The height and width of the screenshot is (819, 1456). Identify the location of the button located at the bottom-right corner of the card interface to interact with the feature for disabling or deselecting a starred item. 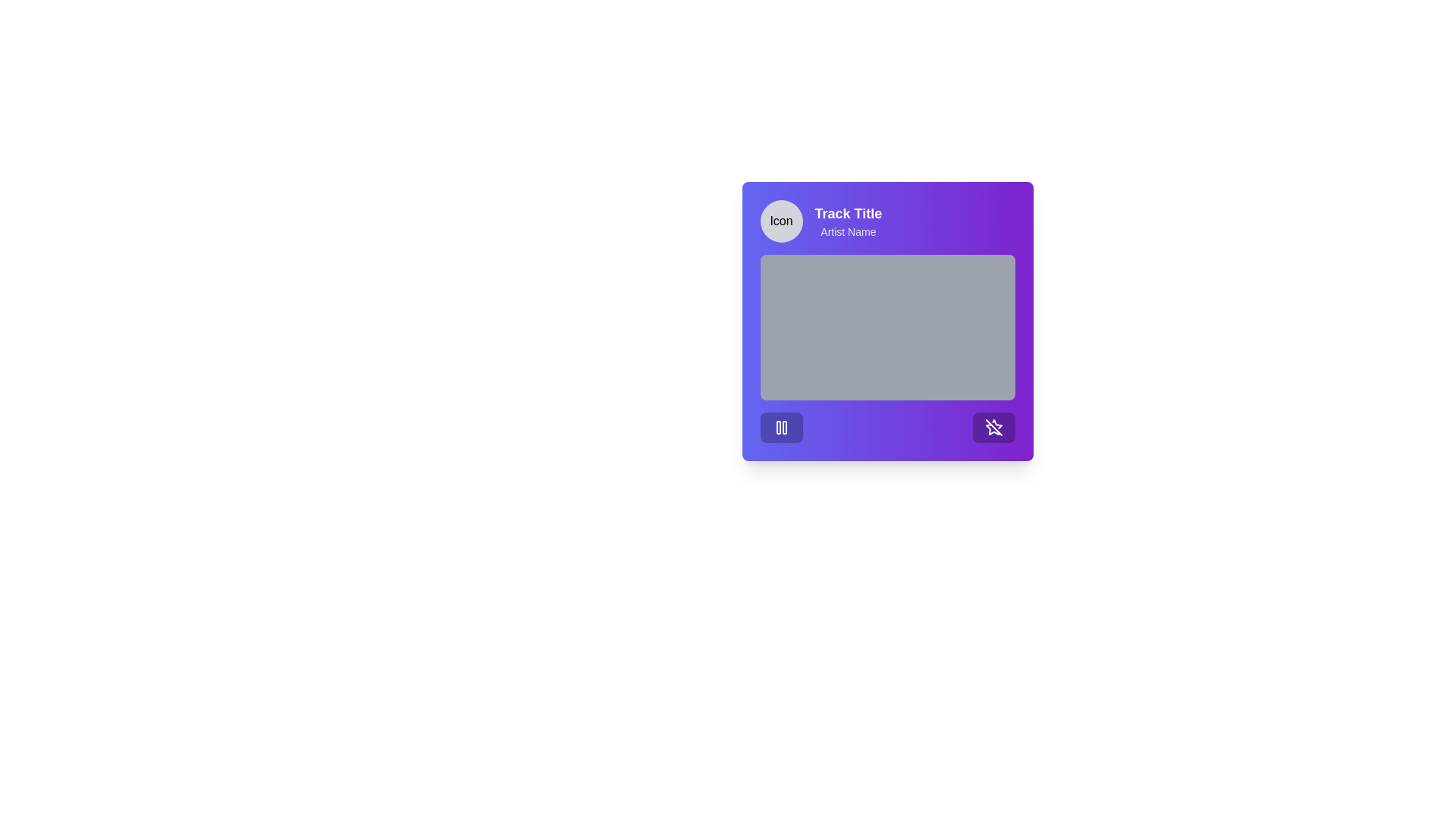
(993, 427).